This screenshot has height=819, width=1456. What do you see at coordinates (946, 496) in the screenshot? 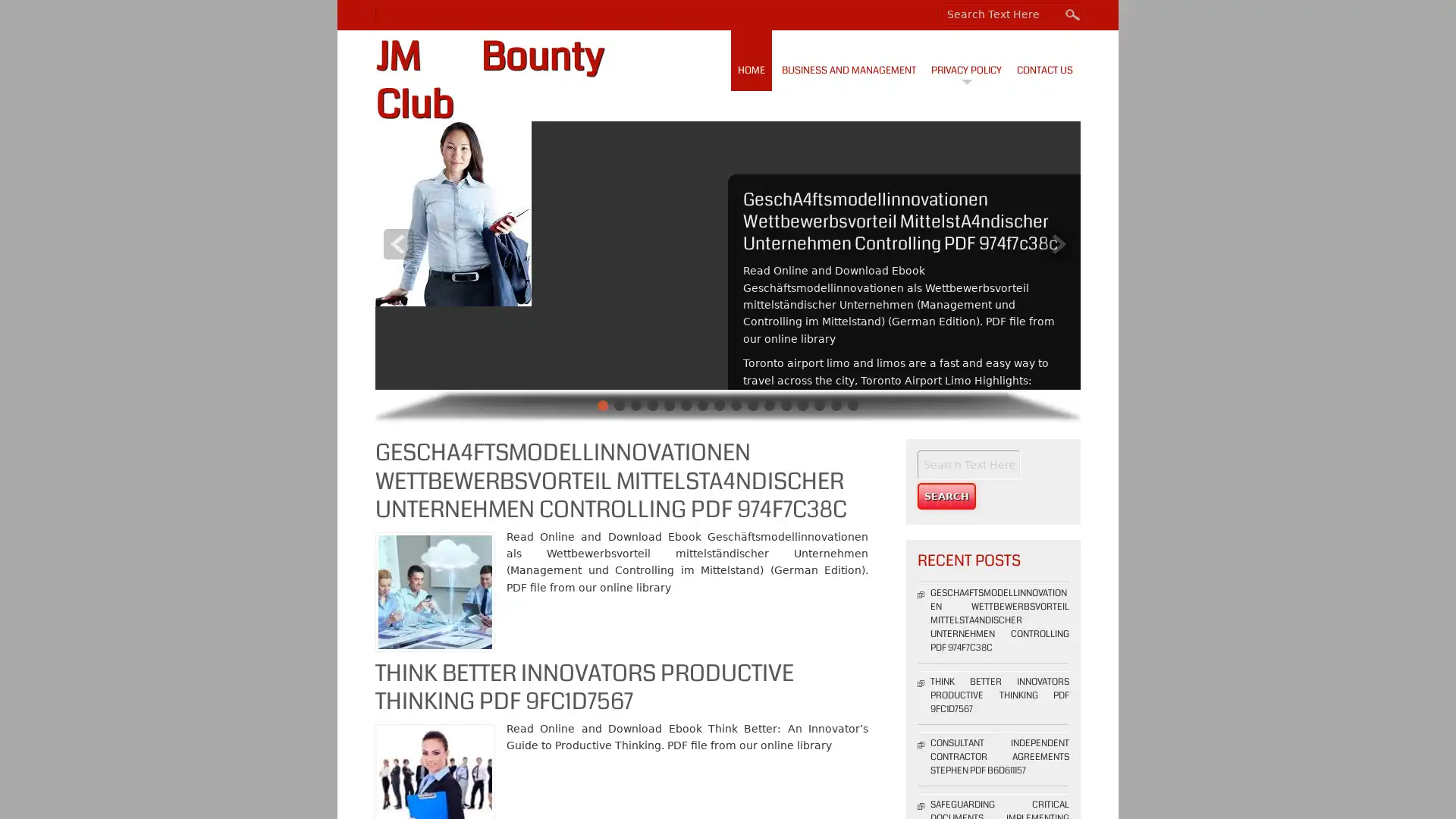
I see `Search` at bounding box center [946, 496].